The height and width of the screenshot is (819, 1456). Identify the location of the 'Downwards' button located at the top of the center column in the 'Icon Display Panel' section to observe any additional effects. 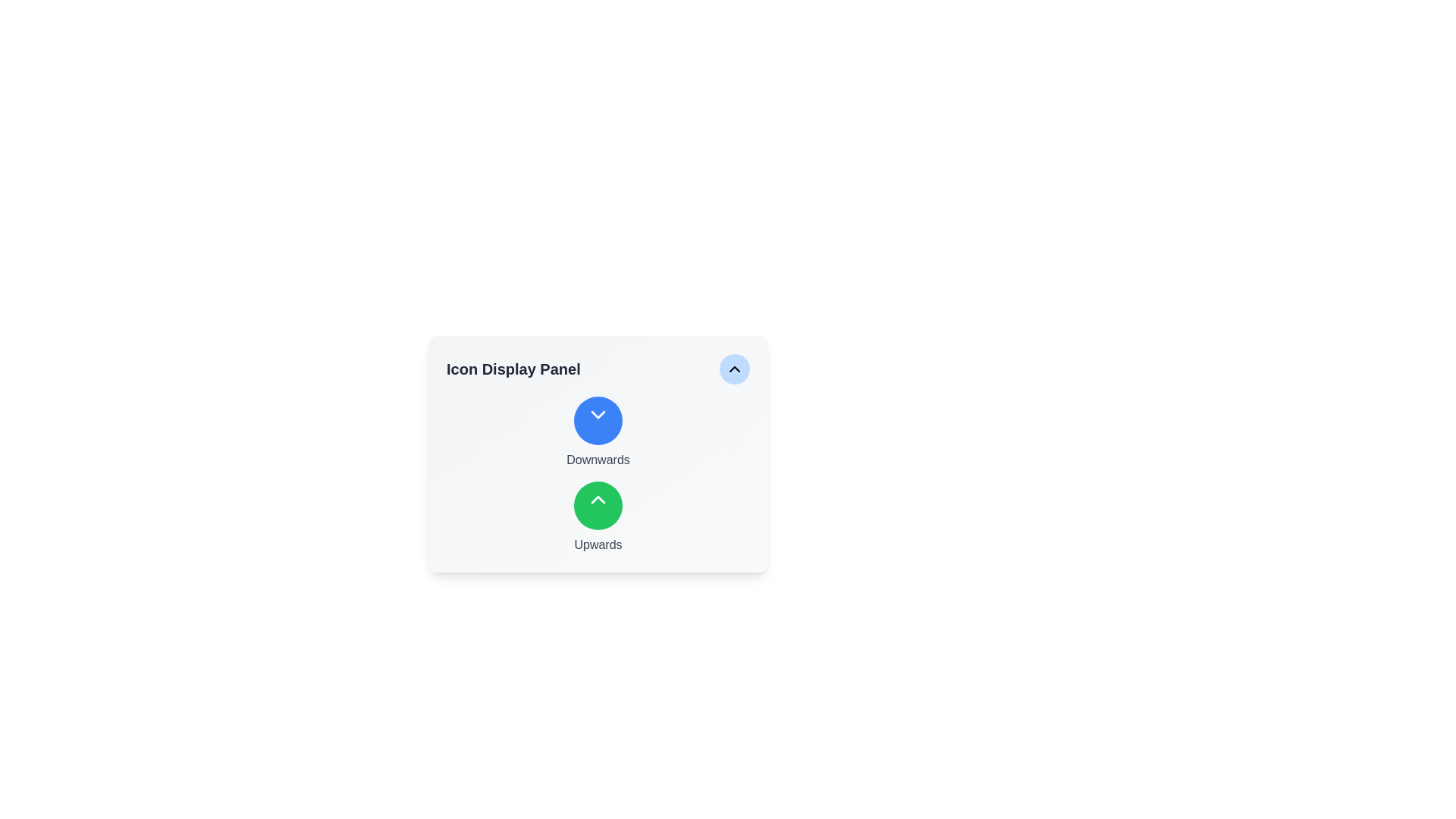
(597, 421).